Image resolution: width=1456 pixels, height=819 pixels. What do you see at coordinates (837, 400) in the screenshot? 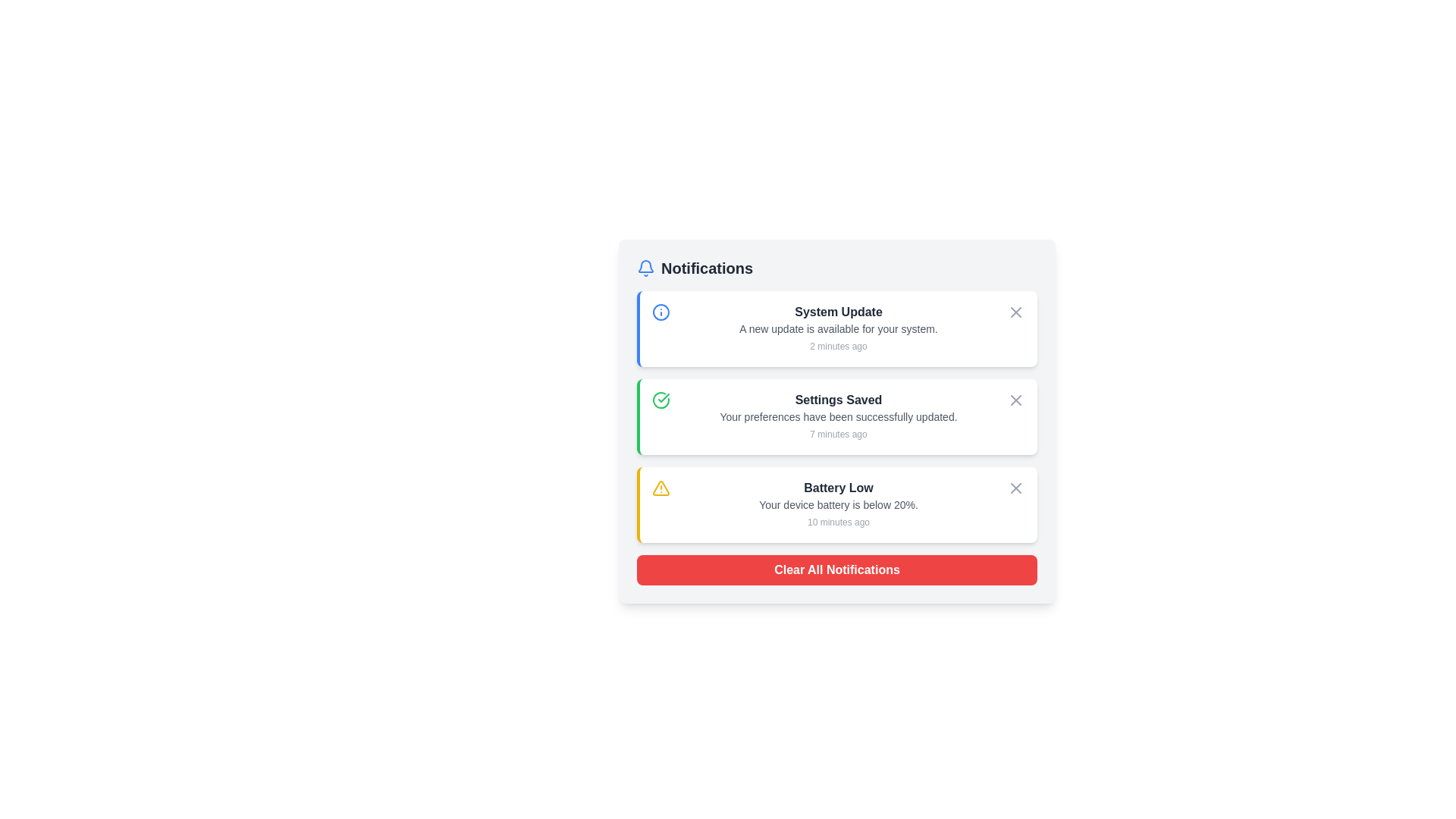
I see `the 'Settings Saved' text label, which is bold and displayed in a serif font, located in the middle card of the notification panel` at bounding box center [837, 400].